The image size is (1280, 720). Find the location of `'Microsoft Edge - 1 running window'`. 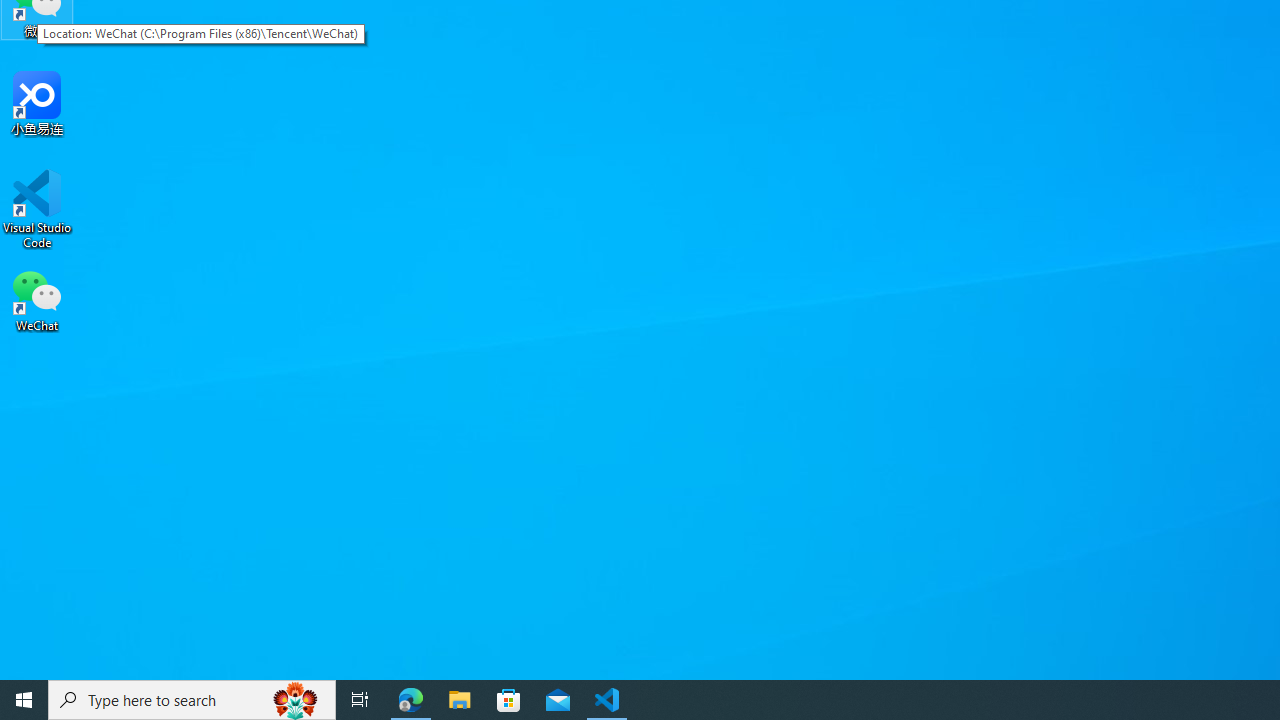

'Microsoft Edge - 1 running window' is located at coordinates (410, 698).